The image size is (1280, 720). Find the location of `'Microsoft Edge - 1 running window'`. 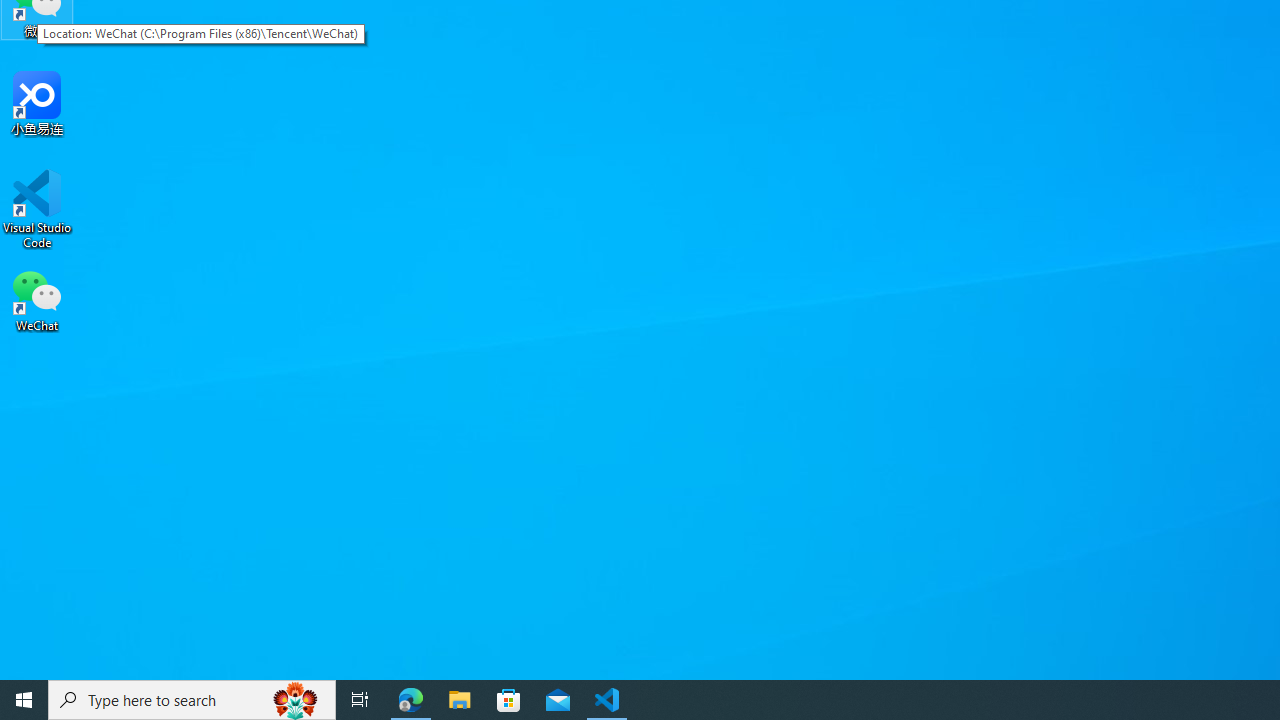

'Microsoft Edge - 1 running window' is located at coordinates (410, 698).